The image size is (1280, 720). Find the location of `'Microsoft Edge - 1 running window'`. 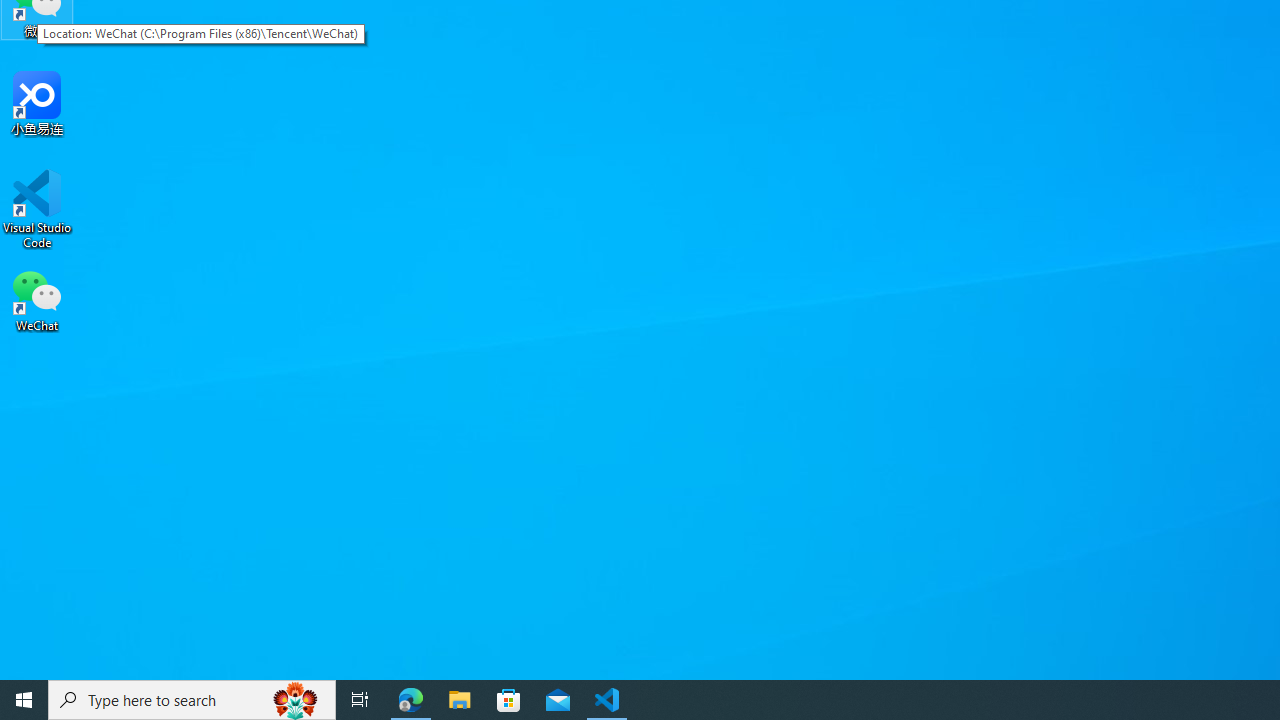

'Microsoft Edge - 1 running window' is located at coordinates (410, 698).